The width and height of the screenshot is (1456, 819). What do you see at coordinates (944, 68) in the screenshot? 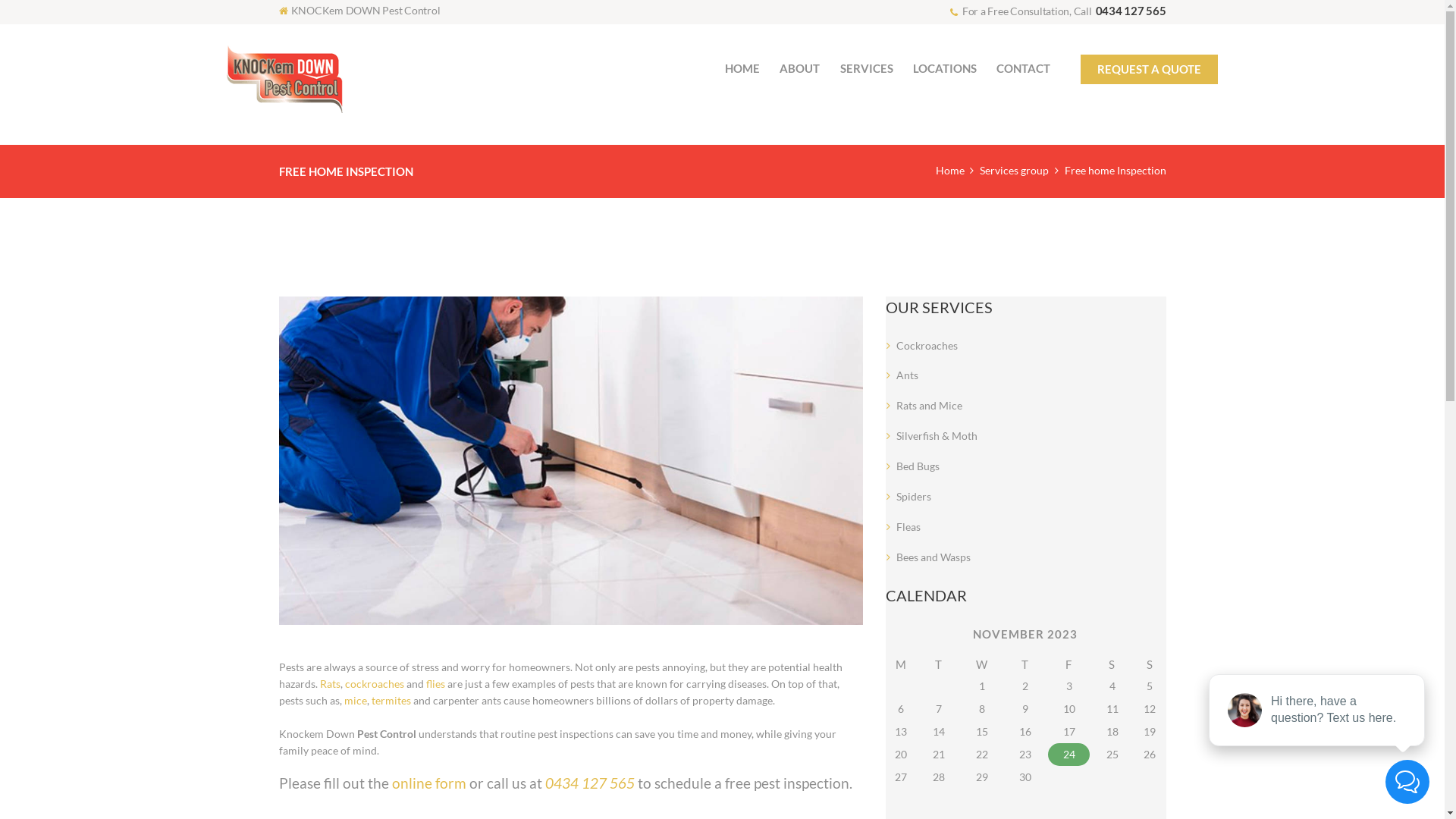
I see `'LOCATIONS'` at bounding box center [944, 68].